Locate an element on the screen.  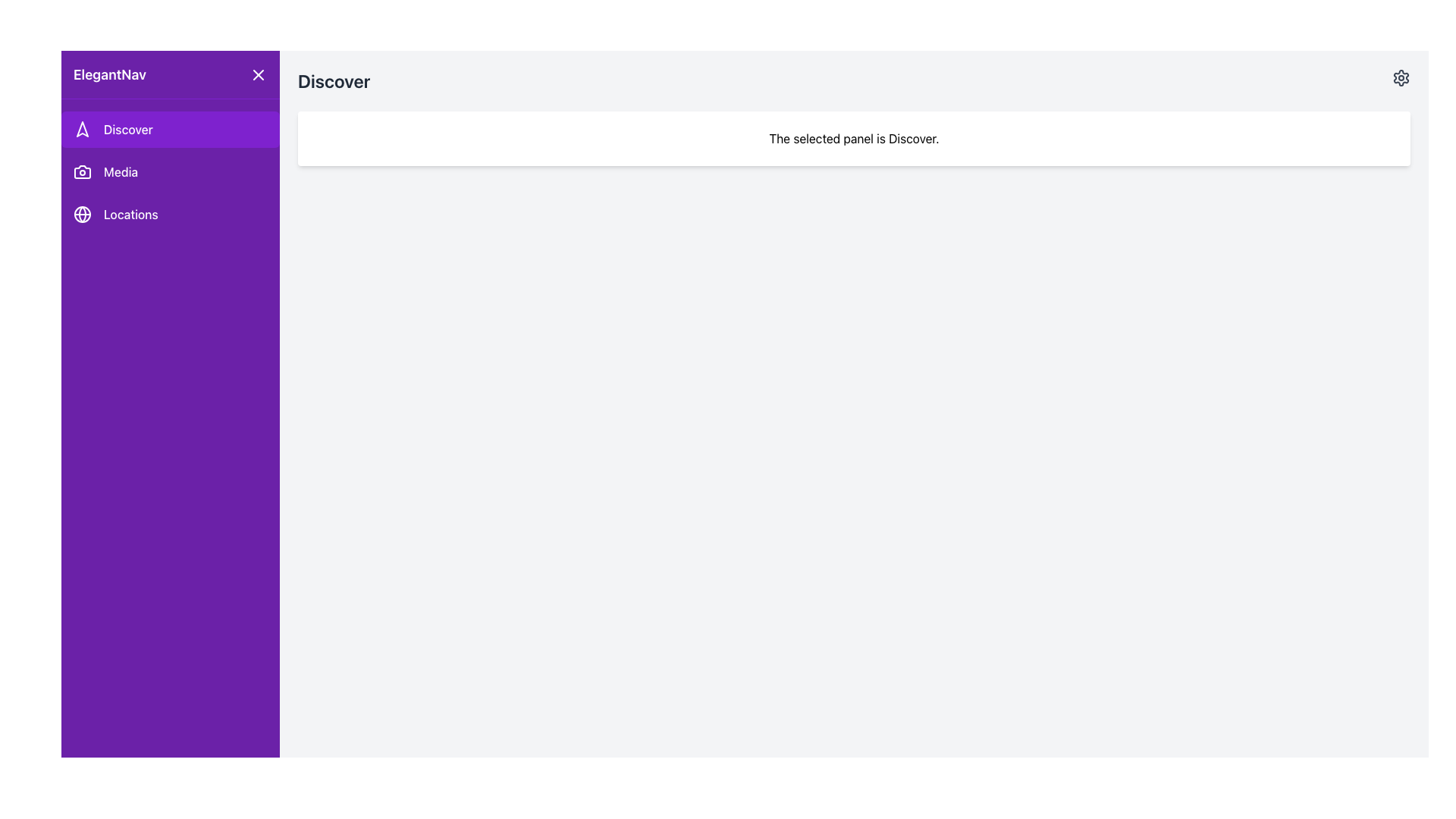
the 'Locations' menu item button in the navigation menu is located at coordinates (171, 214).